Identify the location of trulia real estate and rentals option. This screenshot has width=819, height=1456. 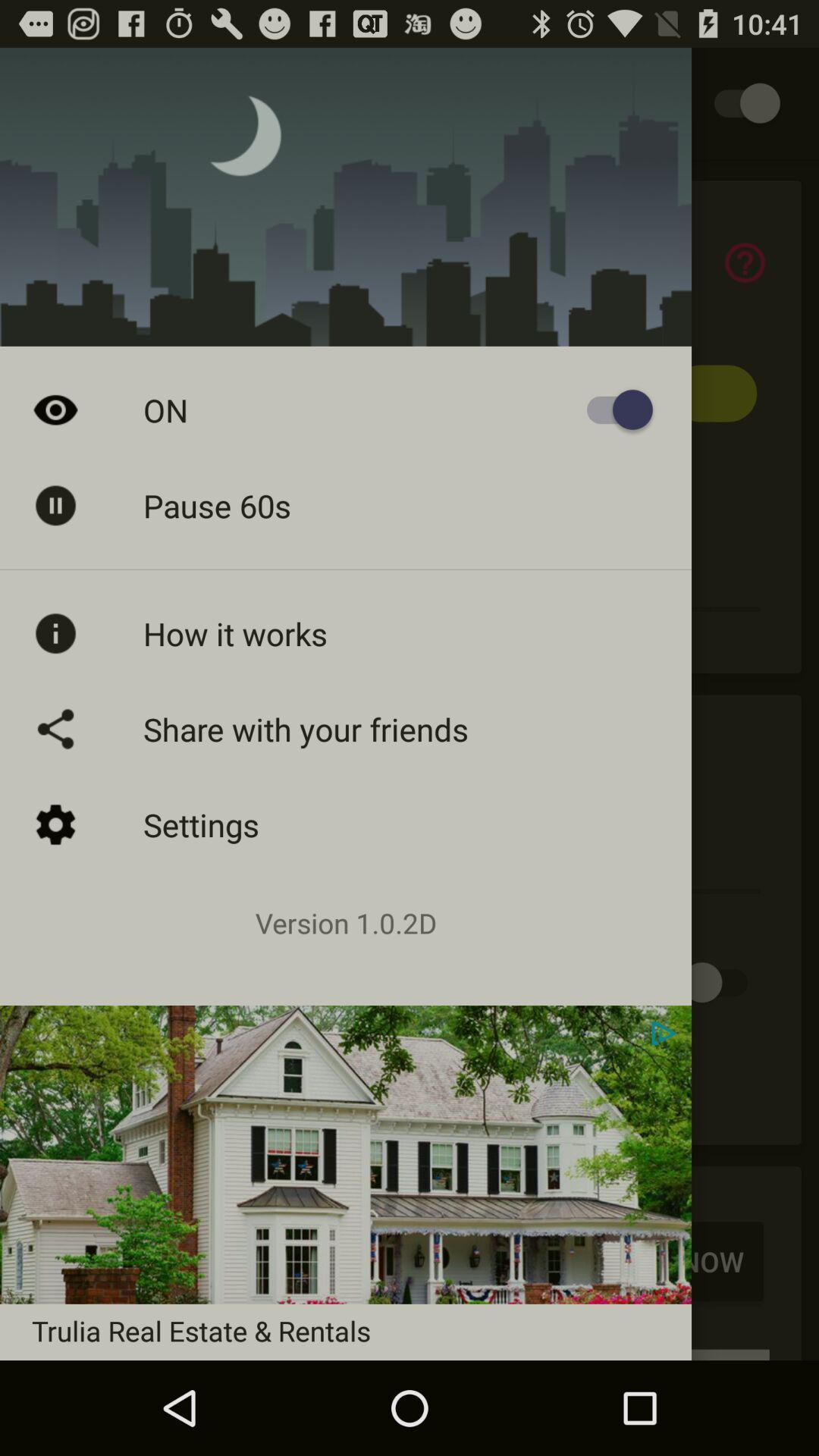
(409, 1256).